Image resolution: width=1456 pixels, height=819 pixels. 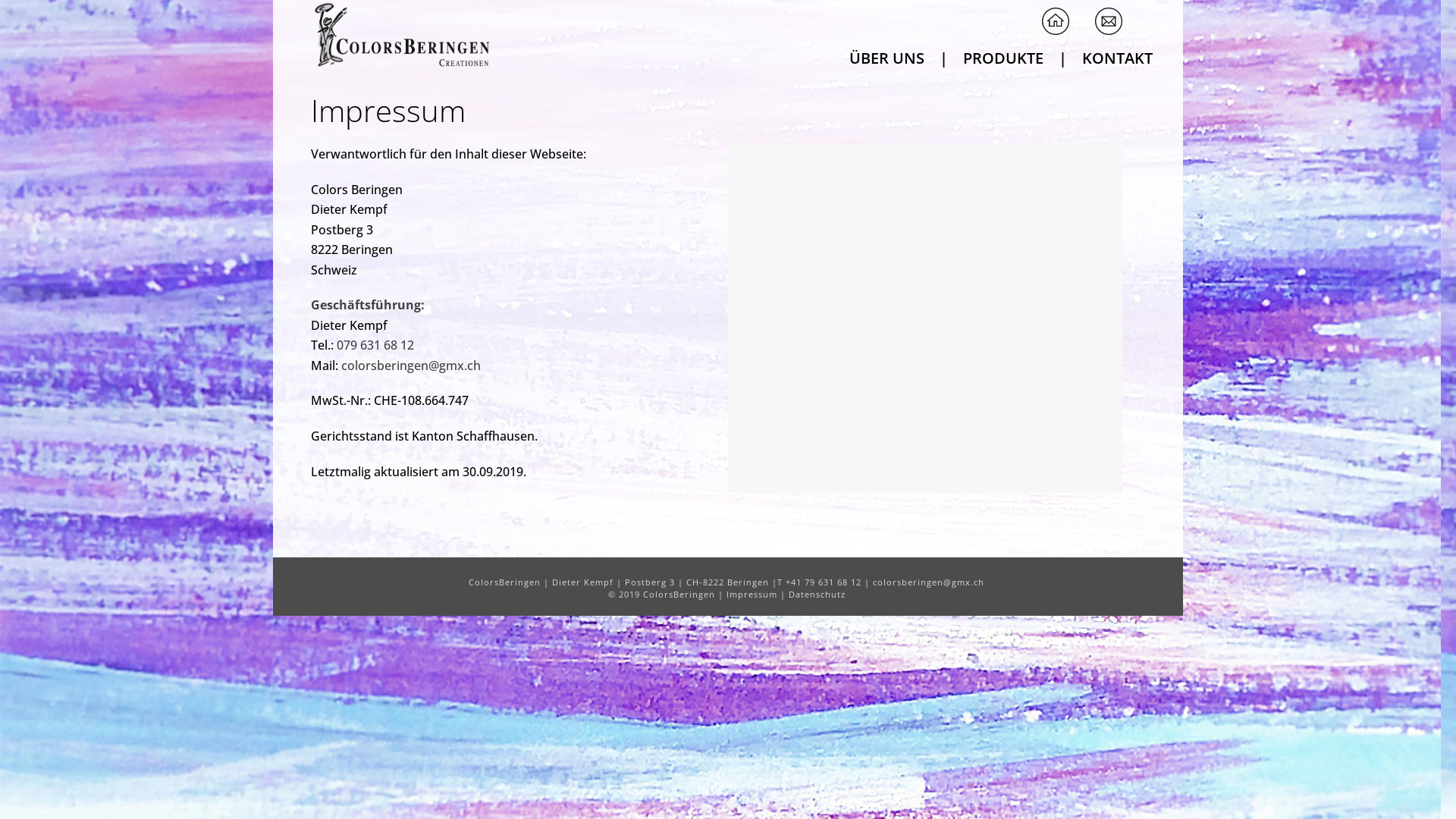 I want to click on 'Malfarbenmanufaktur seit 1996', so click(x=400, y=34).